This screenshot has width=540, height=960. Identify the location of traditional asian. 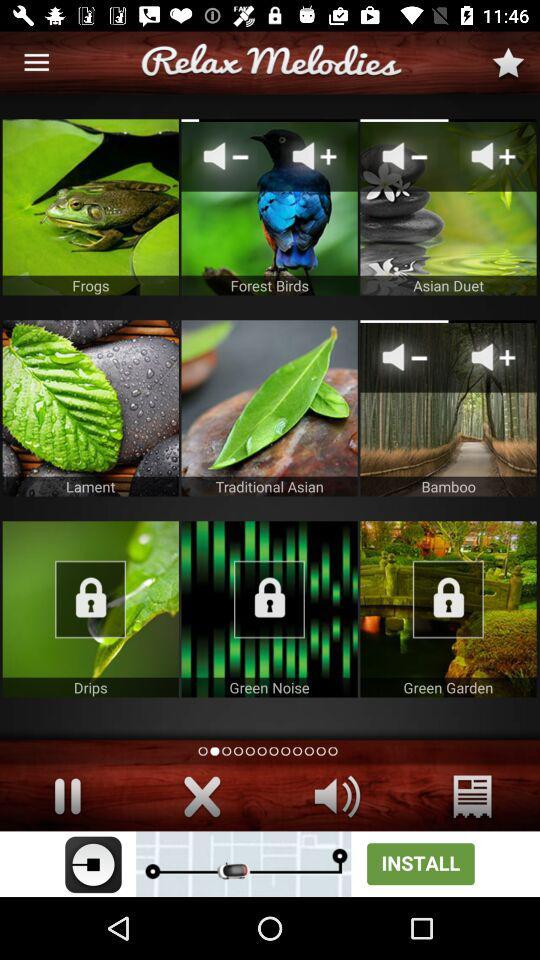
(269, 407).